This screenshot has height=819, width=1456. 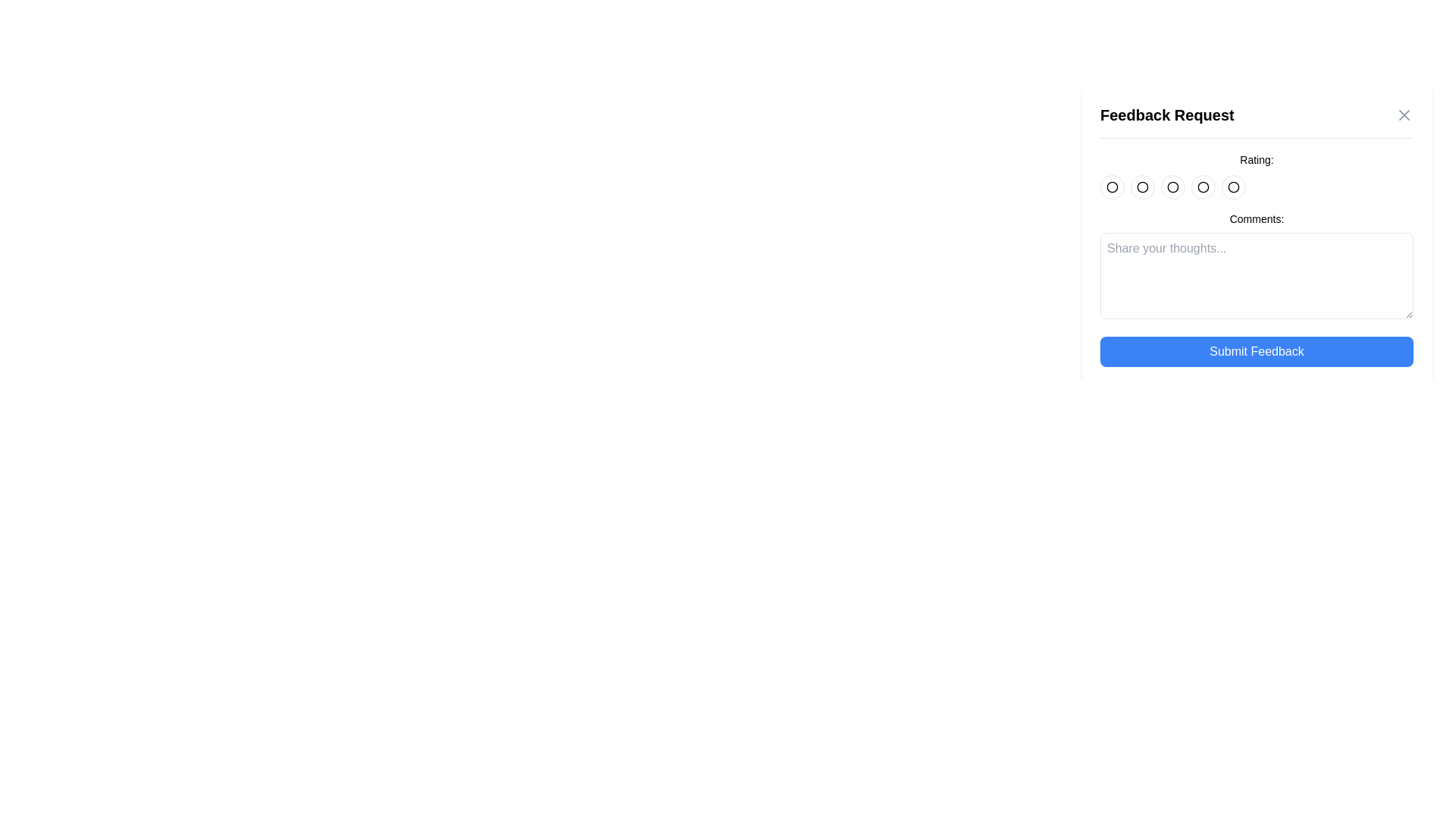 What do you see at coordinates (1172, 186) in the screenshot?
I see `the third circle of the five rating icons located under the 'Rating' label in the feedback form to observe interactions` at bounding box center [1172, 186].